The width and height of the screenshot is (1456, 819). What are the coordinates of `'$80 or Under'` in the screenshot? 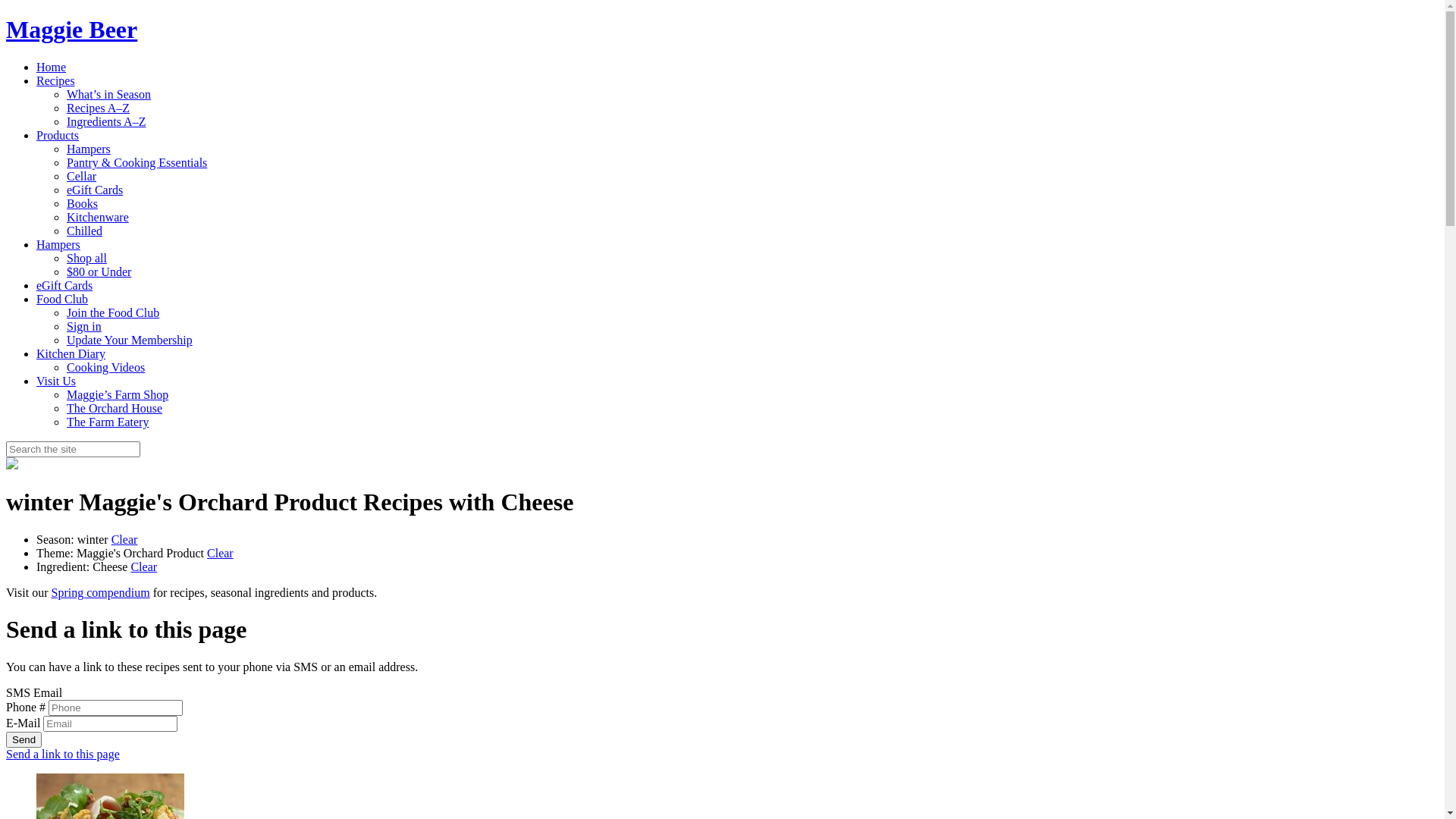 It's located at (98, 271).